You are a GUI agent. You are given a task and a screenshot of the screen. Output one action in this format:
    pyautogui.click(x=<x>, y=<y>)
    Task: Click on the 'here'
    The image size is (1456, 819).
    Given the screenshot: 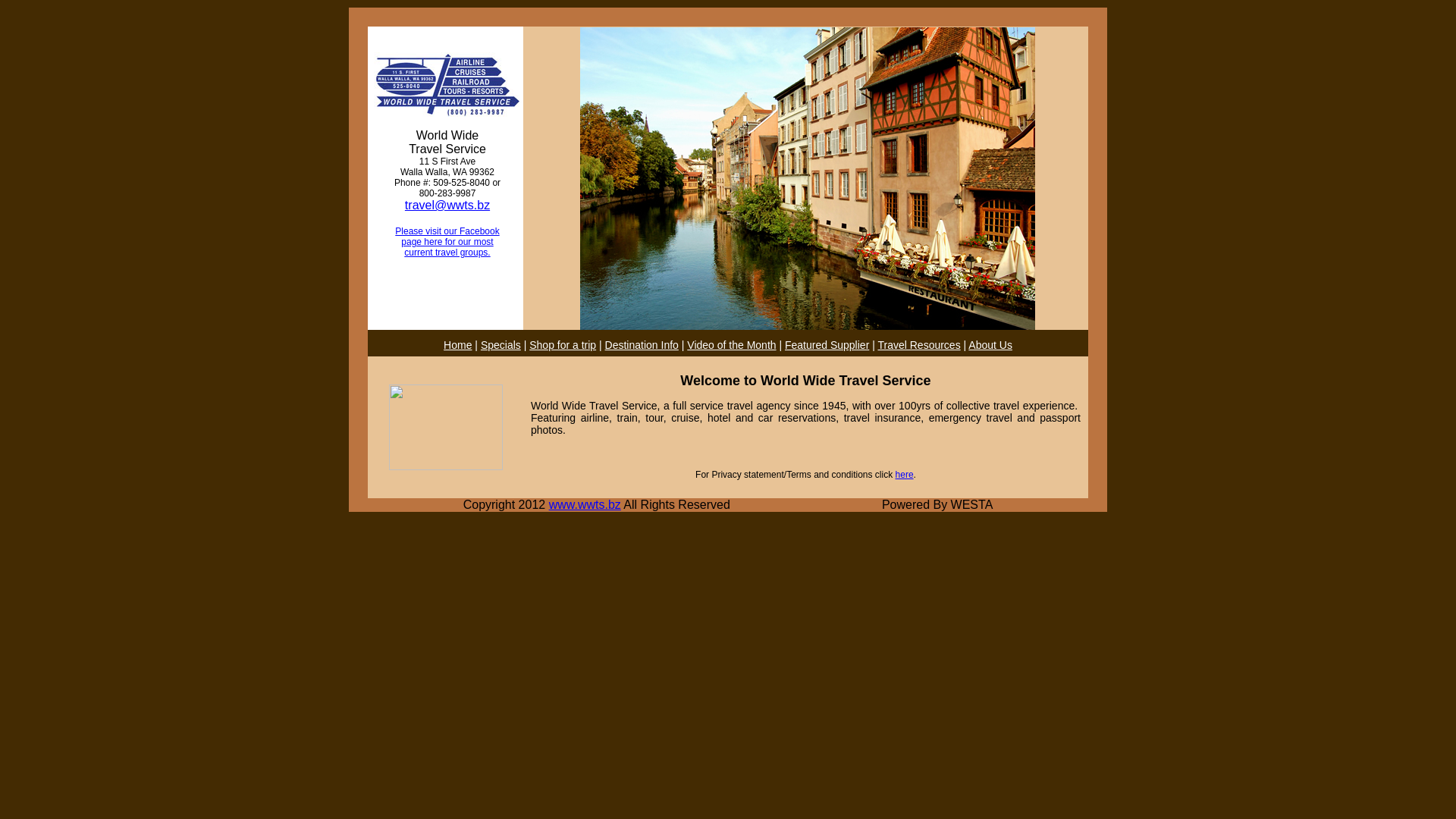 What is the action you would take?
    pyautogui.click(x=905, y=473)
    